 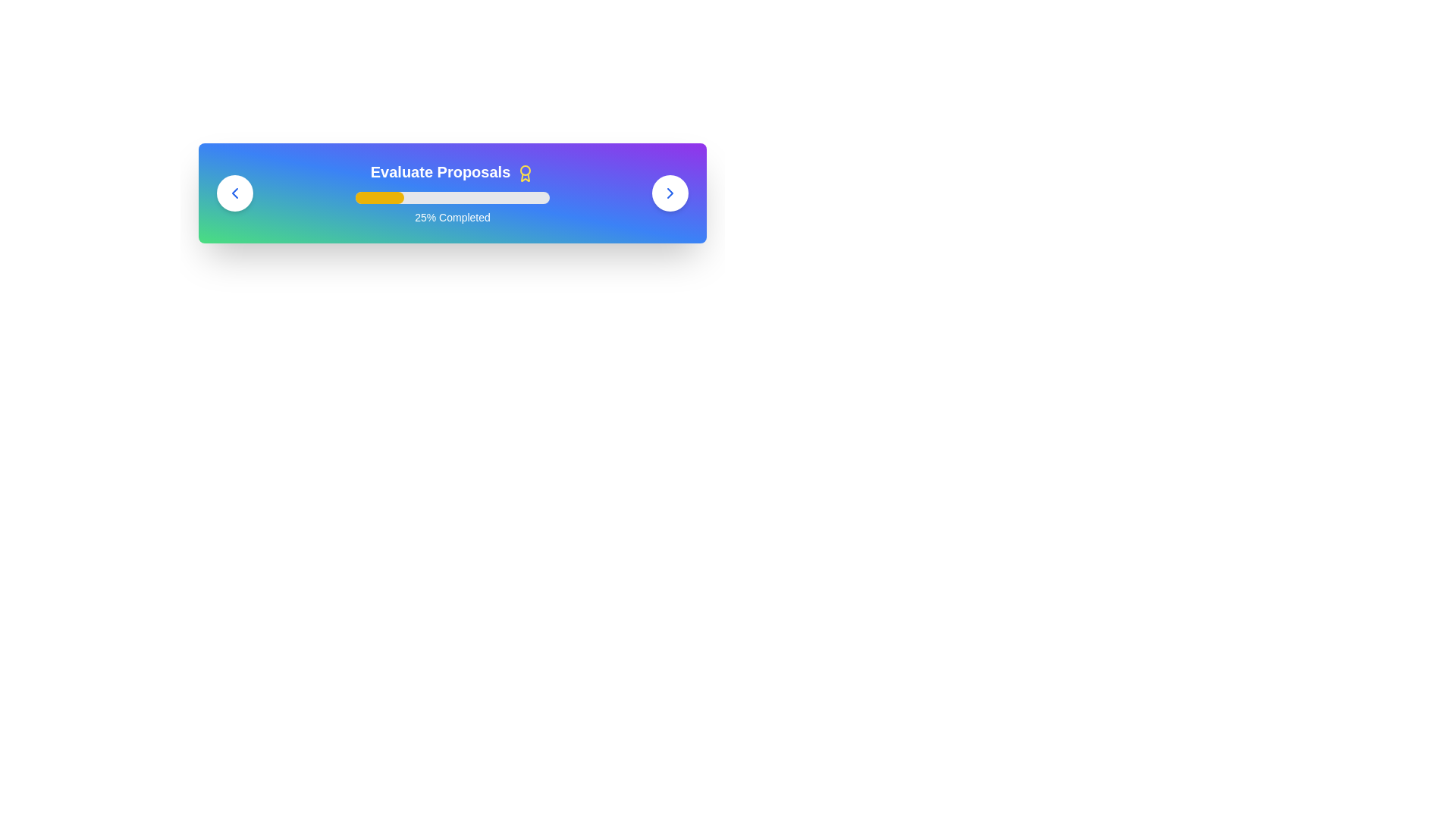 I want to click on the right-facing chevron icon with a blue stroke color, which is set against a white circular background, located at the rightmost side of the horizontal card-style interface, so click(x=669, y=192).